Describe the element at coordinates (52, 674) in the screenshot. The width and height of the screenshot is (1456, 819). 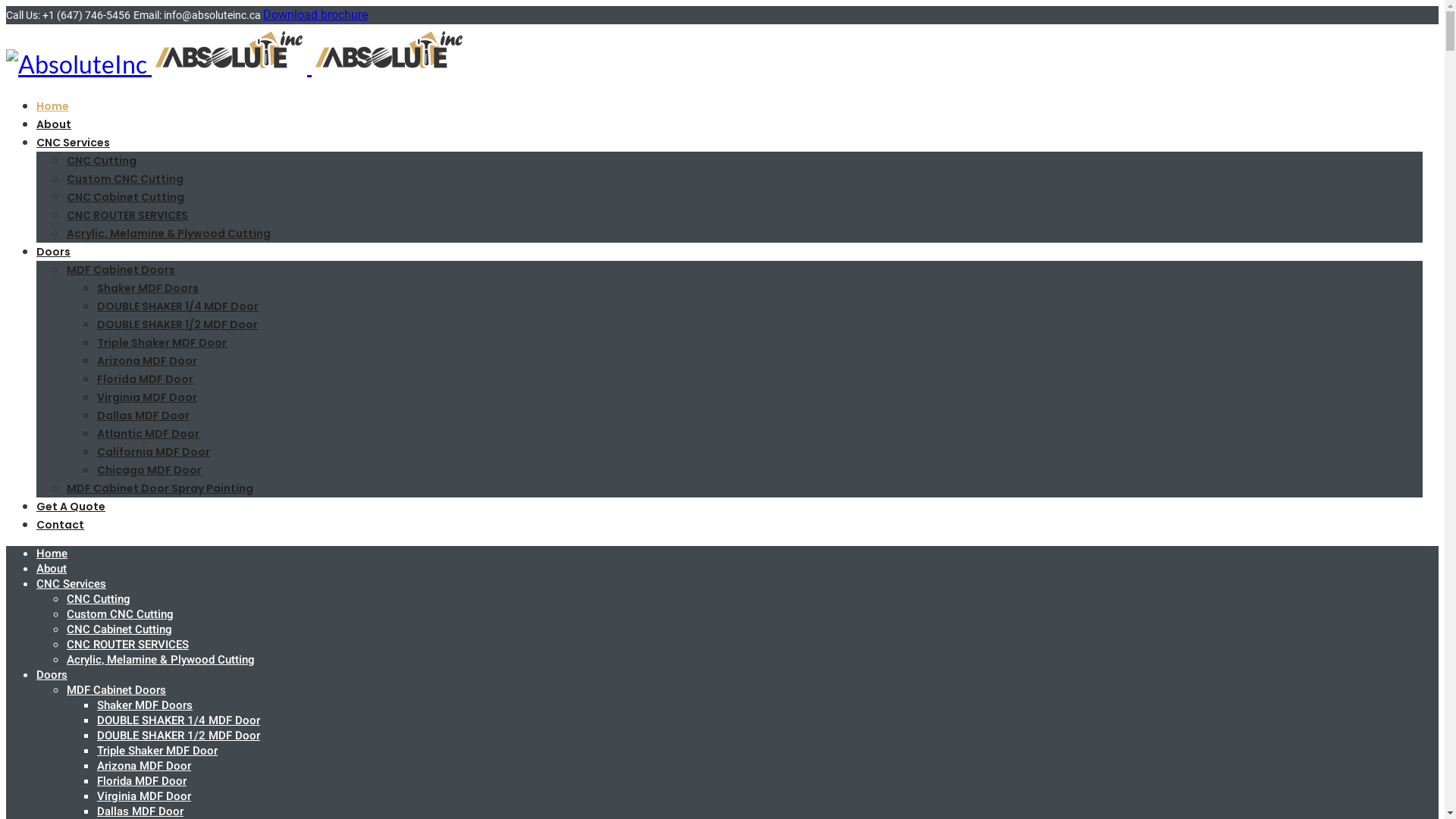
I see `'Doors'` at that location.